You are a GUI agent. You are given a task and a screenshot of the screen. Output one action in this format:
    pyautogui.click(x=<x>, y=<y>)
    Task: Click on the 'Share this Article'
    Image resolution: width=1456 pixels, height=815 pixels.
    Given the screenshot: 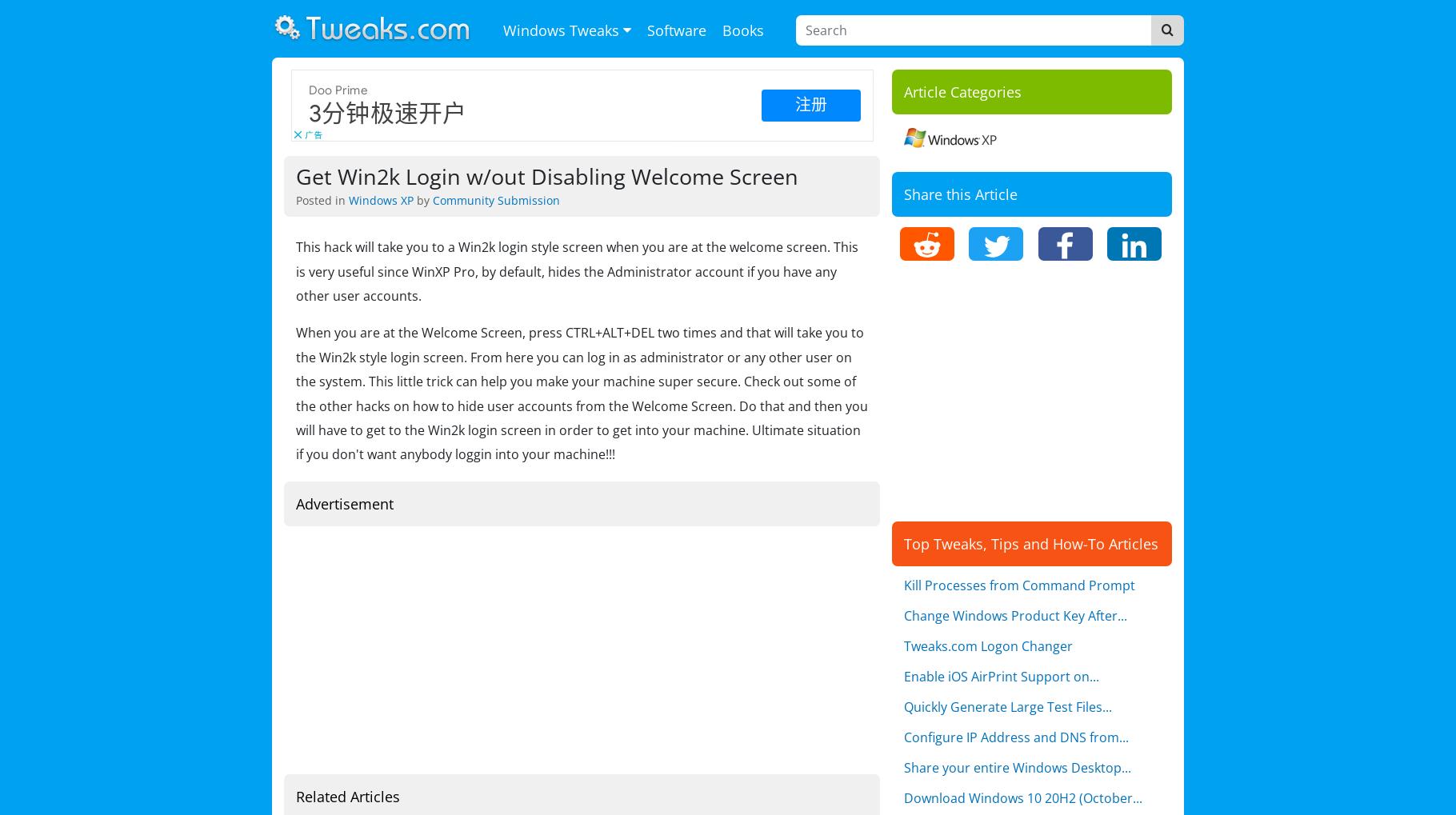 What is the action you would take?
    pyautogui.click(x=961, y=194)
    